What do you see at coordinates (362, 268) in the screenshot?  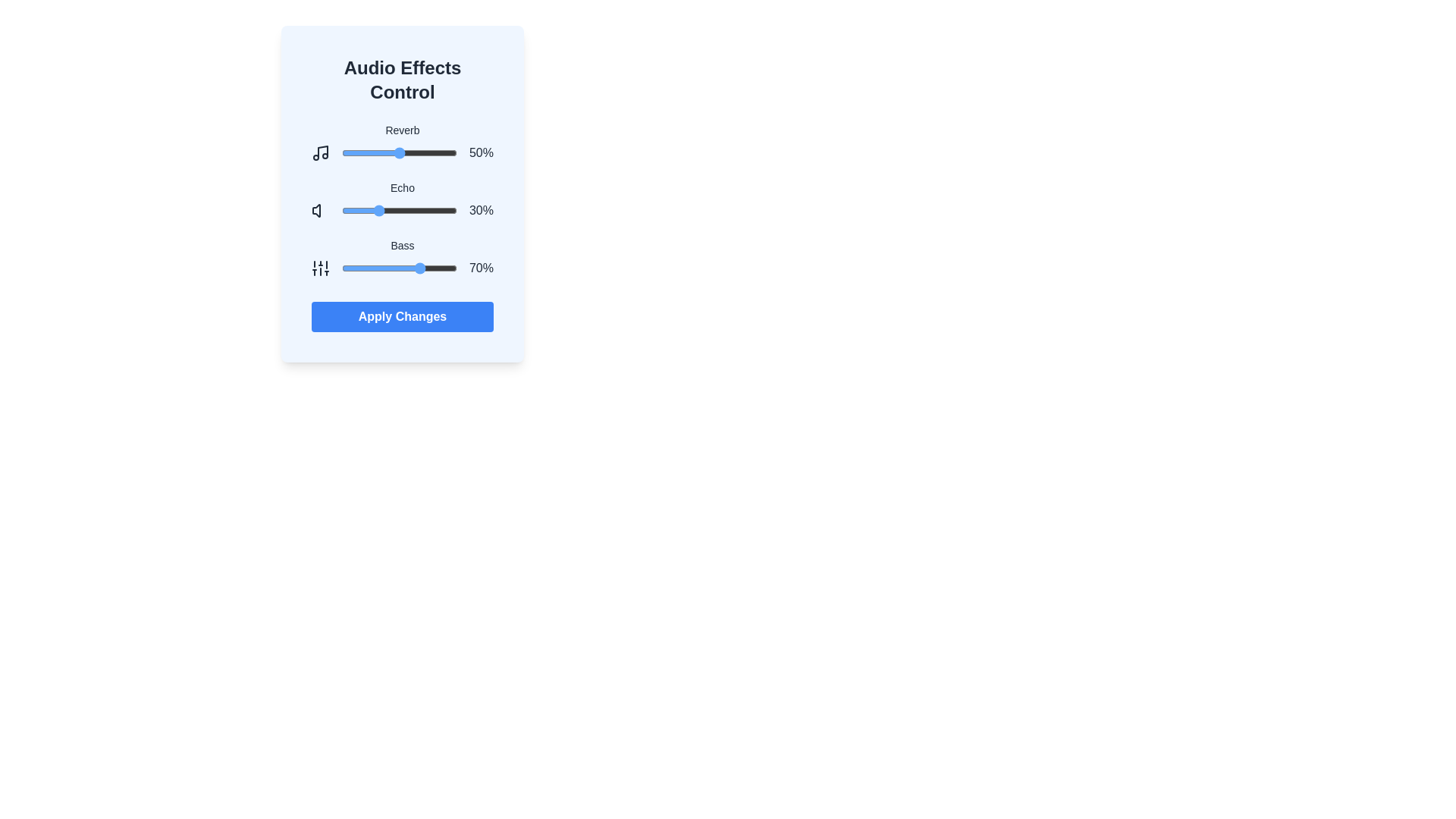 I see `the bass level` at bounding box center [362, 268].